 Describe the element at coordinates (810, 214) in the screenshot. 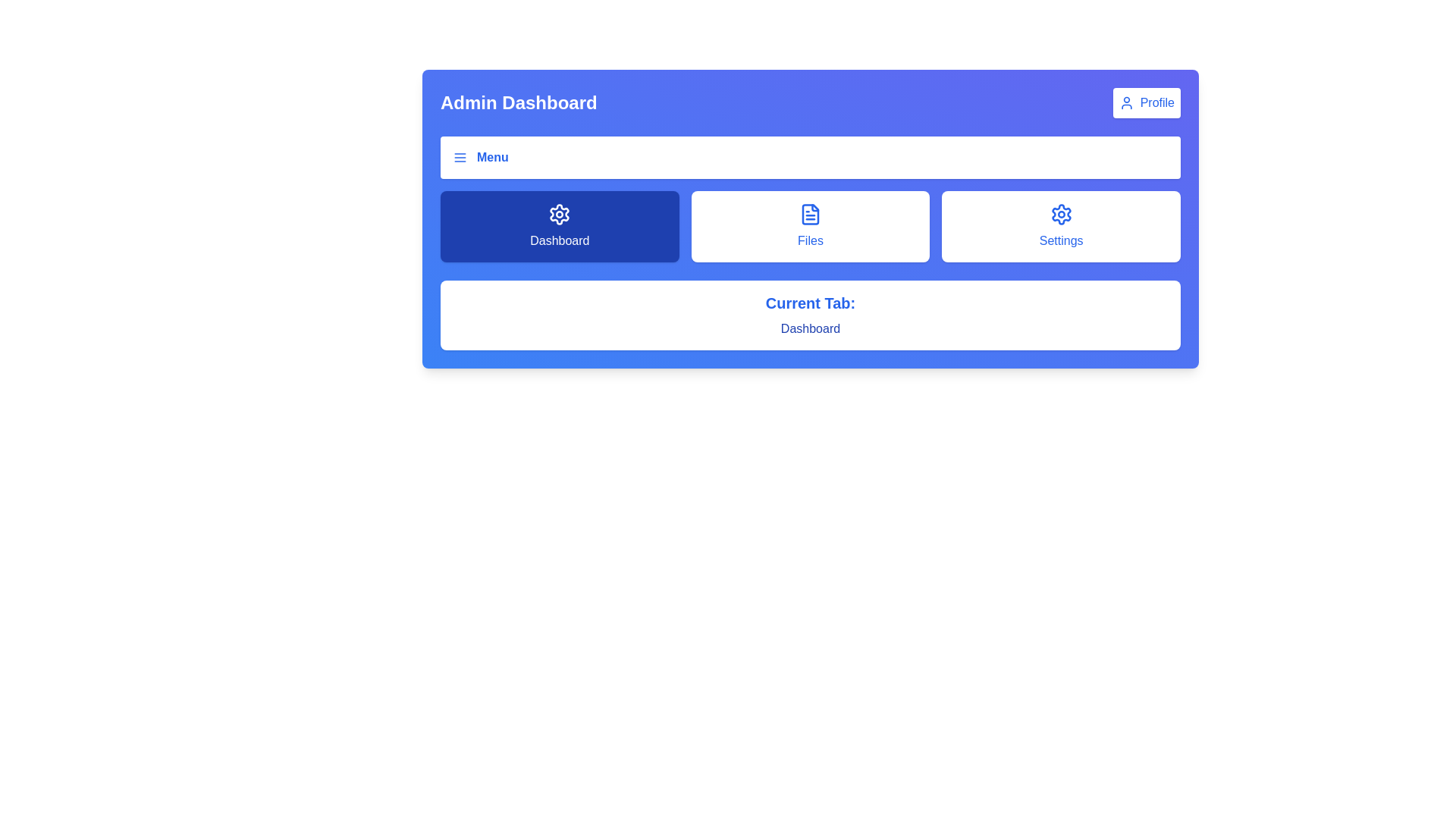

I see `the blue file icon with text lines located in the second button of three in the toolbar below the 'Files' label` at that location.